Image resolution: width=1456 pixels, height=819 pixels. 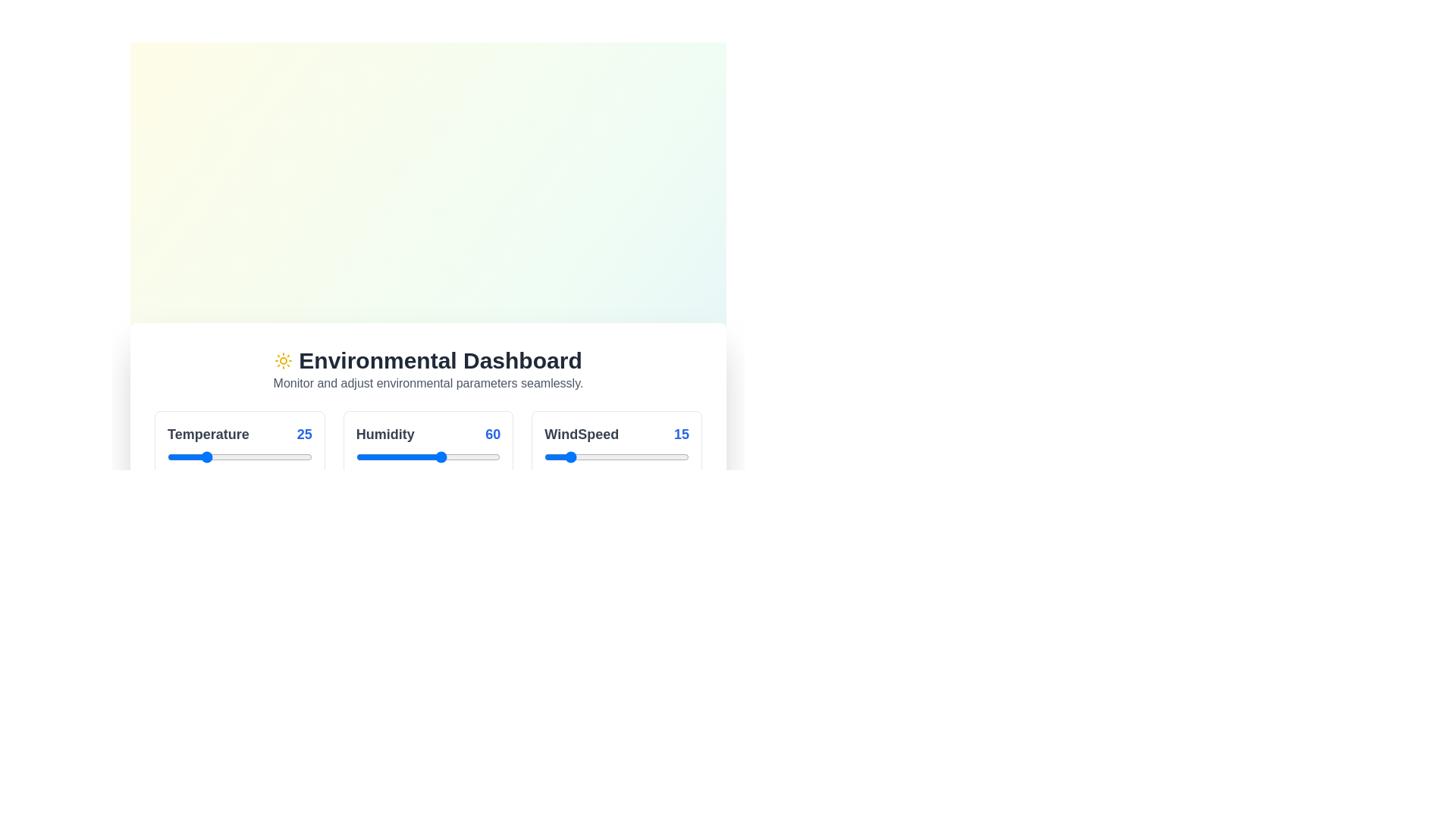 What do you see at coordinates (367, 456) in the screenshot?
I see `the Humidity slider` at bounding box center [367, 456].